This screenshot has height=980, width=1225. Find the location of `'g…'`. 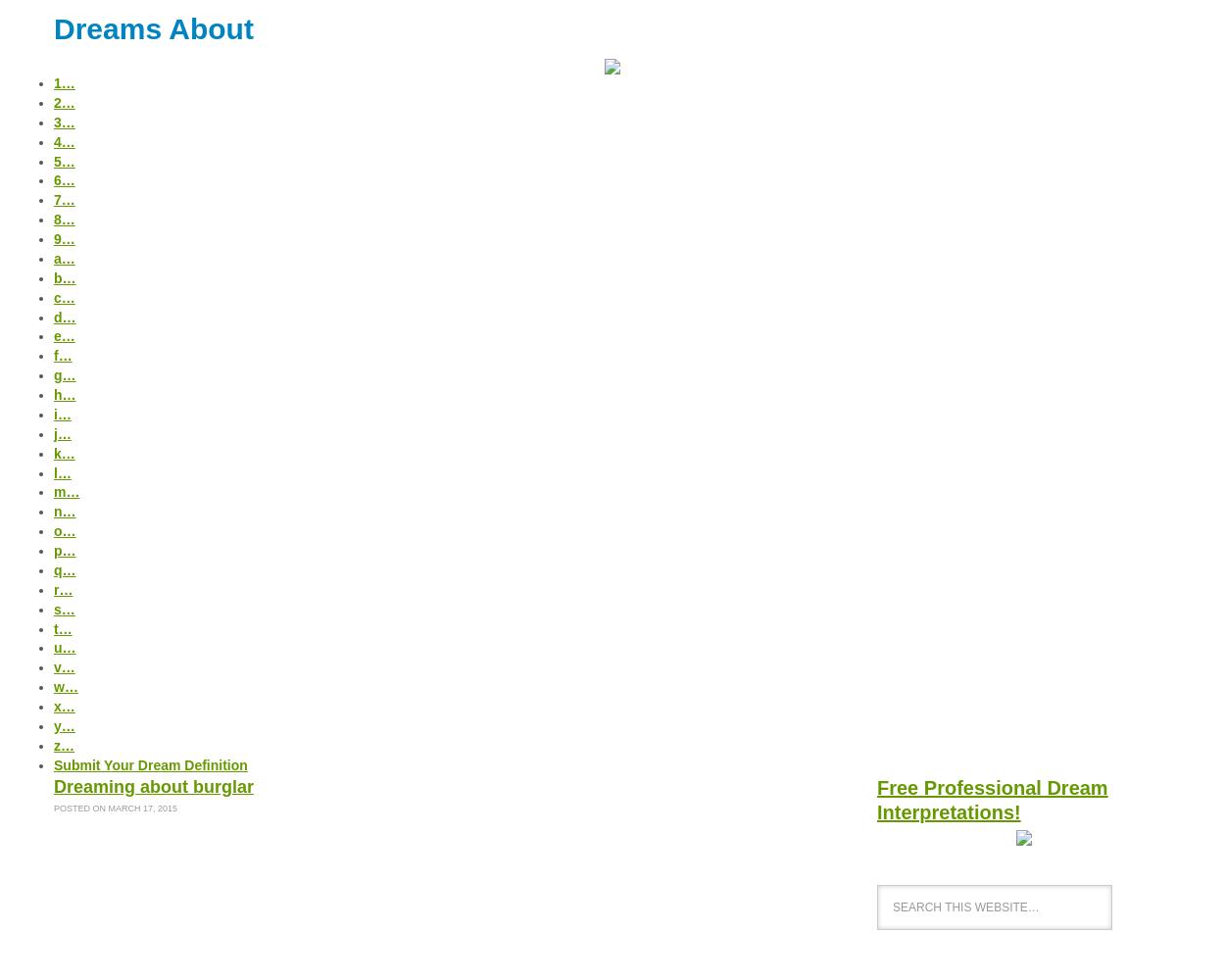

'g…' is located at coordinates (64, 375).